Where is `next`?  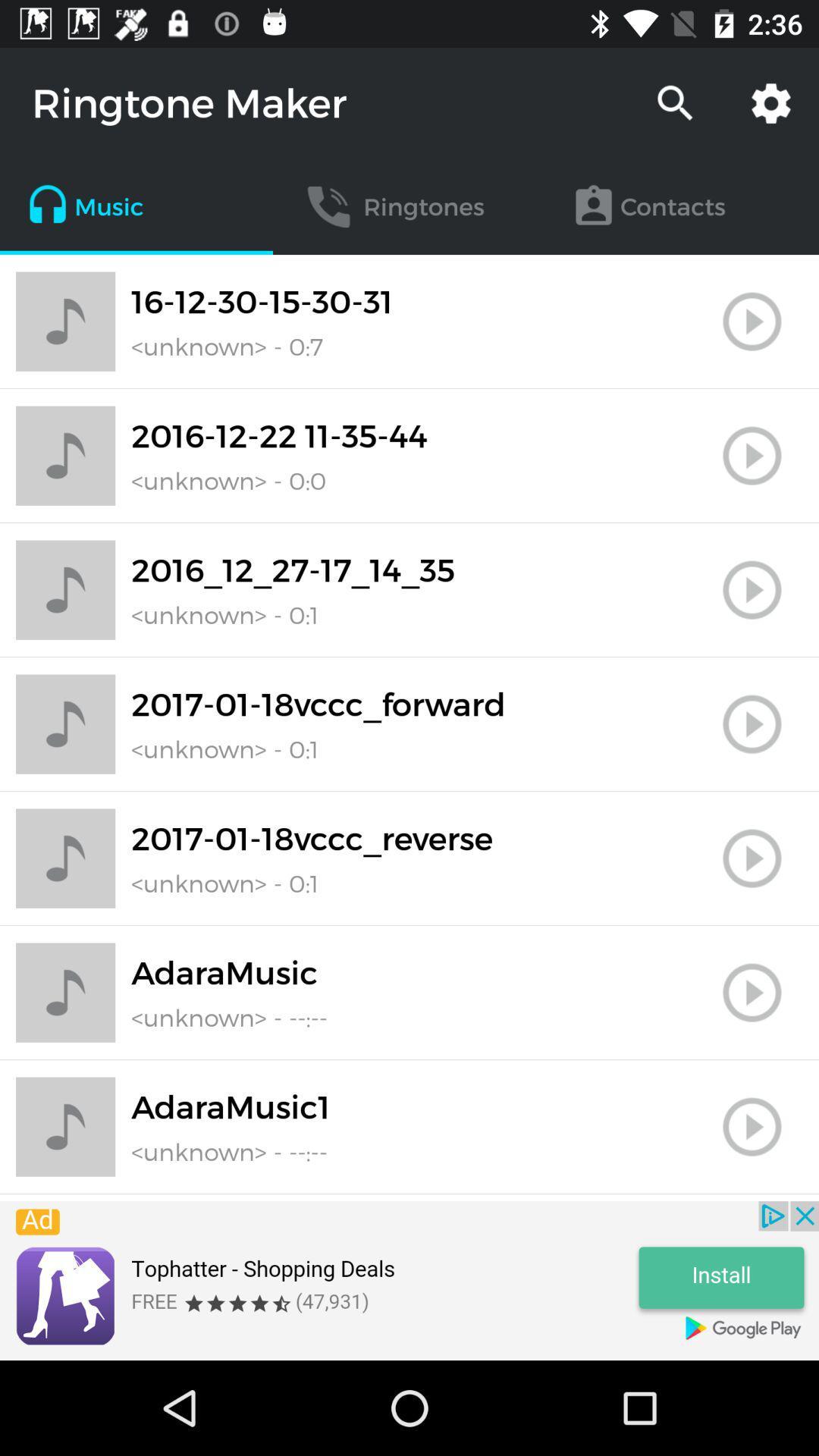 next is located at coordinates (752, 455).